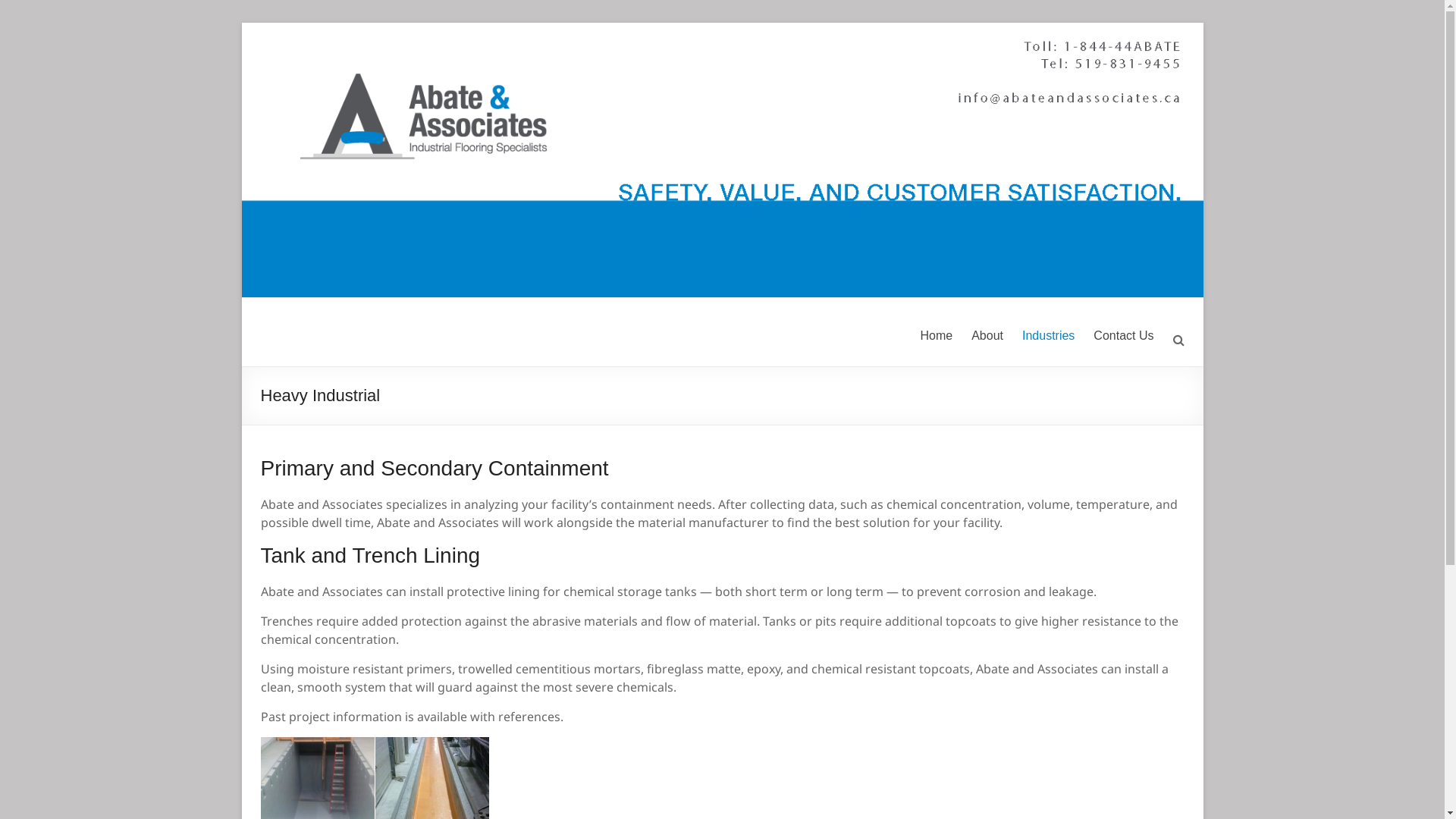 The image size is (1456, 819). What do you see at coordinates (240, 22) in the screenshot?
I see `'Skip to content'` at bounding box center [240, 22].